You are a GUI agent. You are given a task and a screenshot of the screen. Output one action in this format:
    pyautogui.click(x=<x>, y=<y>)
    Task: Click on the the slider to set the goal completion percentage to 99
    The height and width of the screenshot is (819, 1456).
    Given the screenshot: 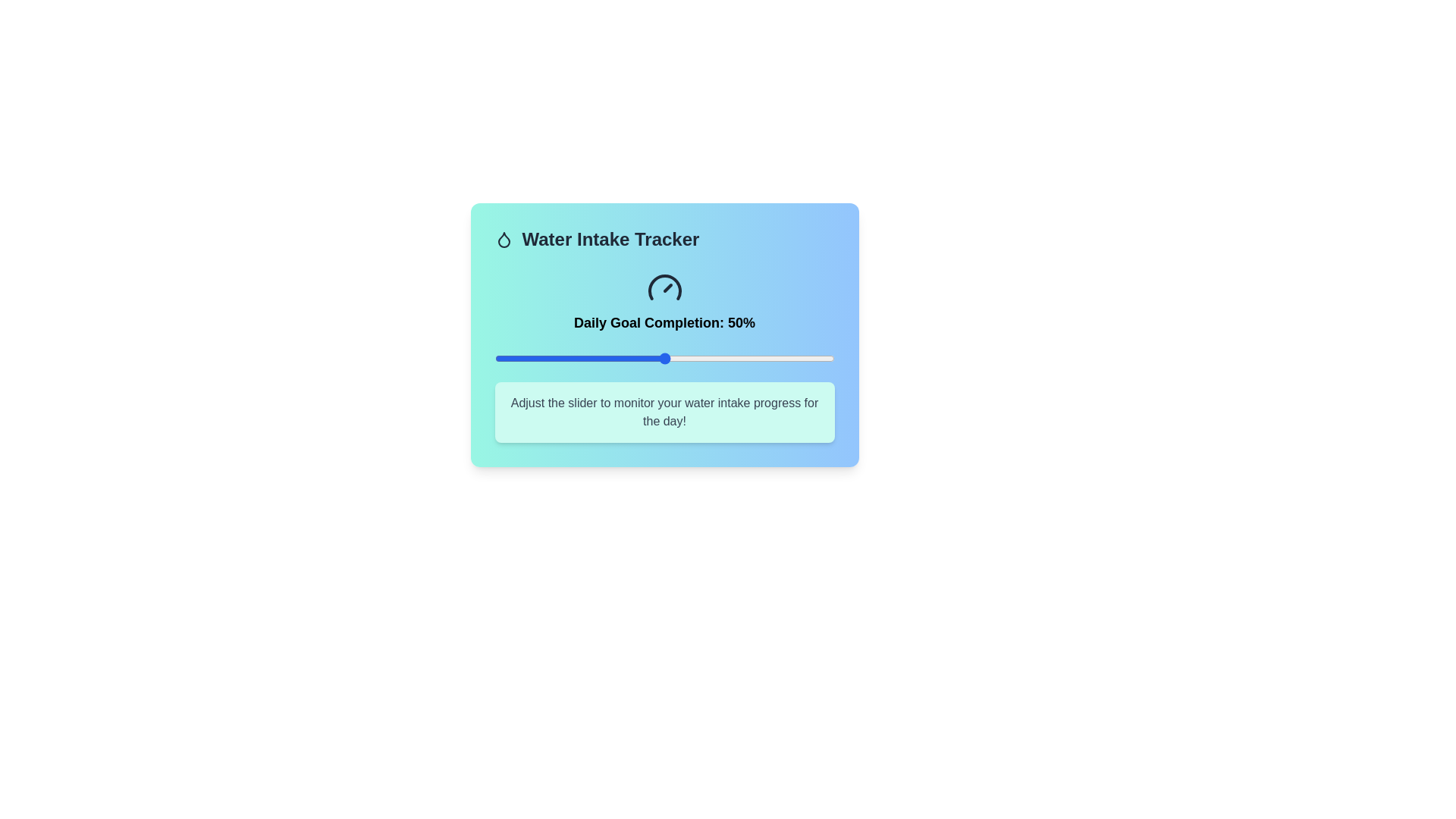 What is the action you would take?
    pyautogui.click(x=830, y=359)
    